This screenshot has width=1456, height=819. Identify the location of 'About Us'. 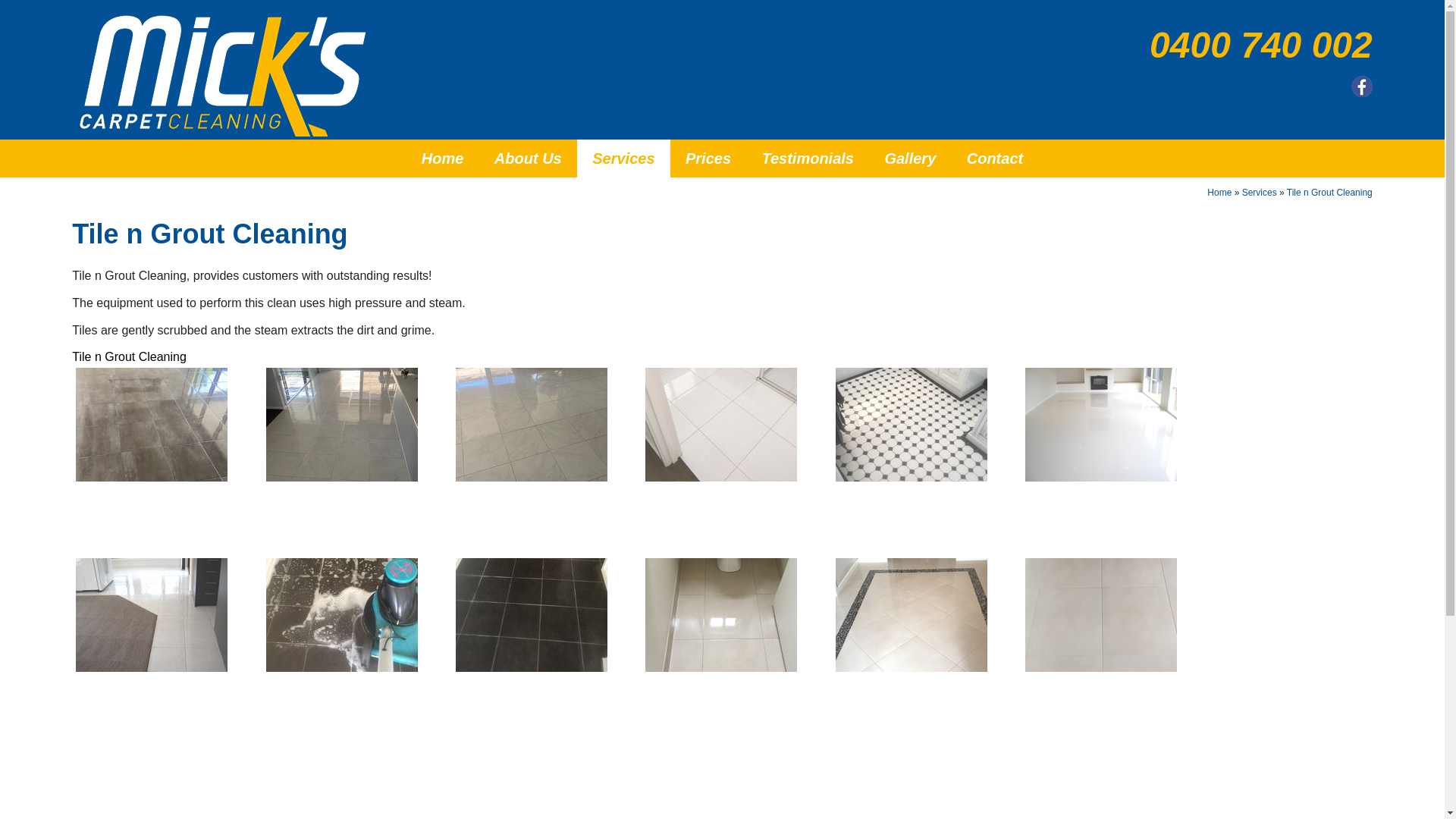
(528, 158).